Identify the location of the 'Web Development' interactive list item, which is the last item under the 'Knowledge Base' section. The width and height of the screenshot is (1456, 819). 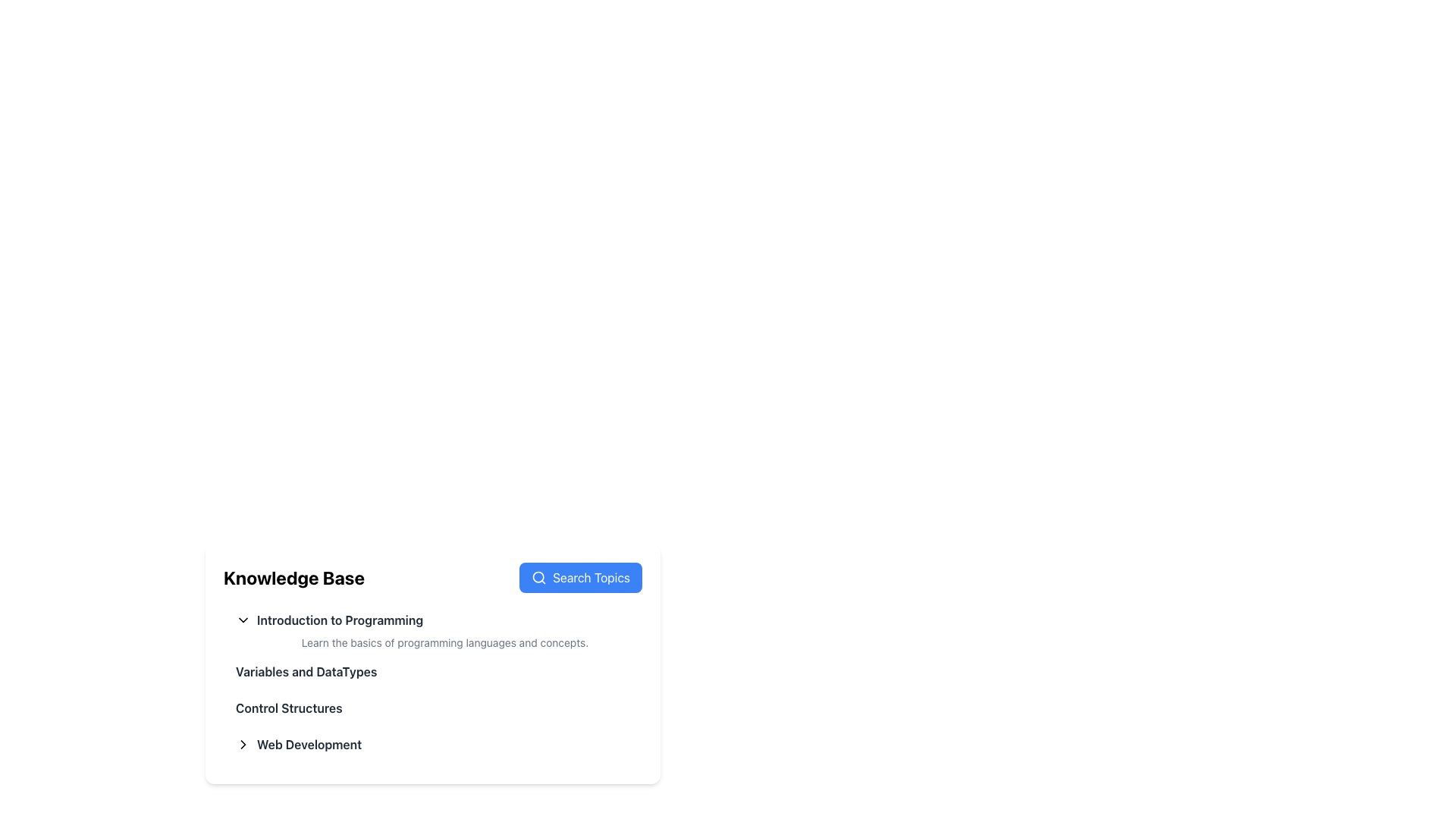
(432, 744).